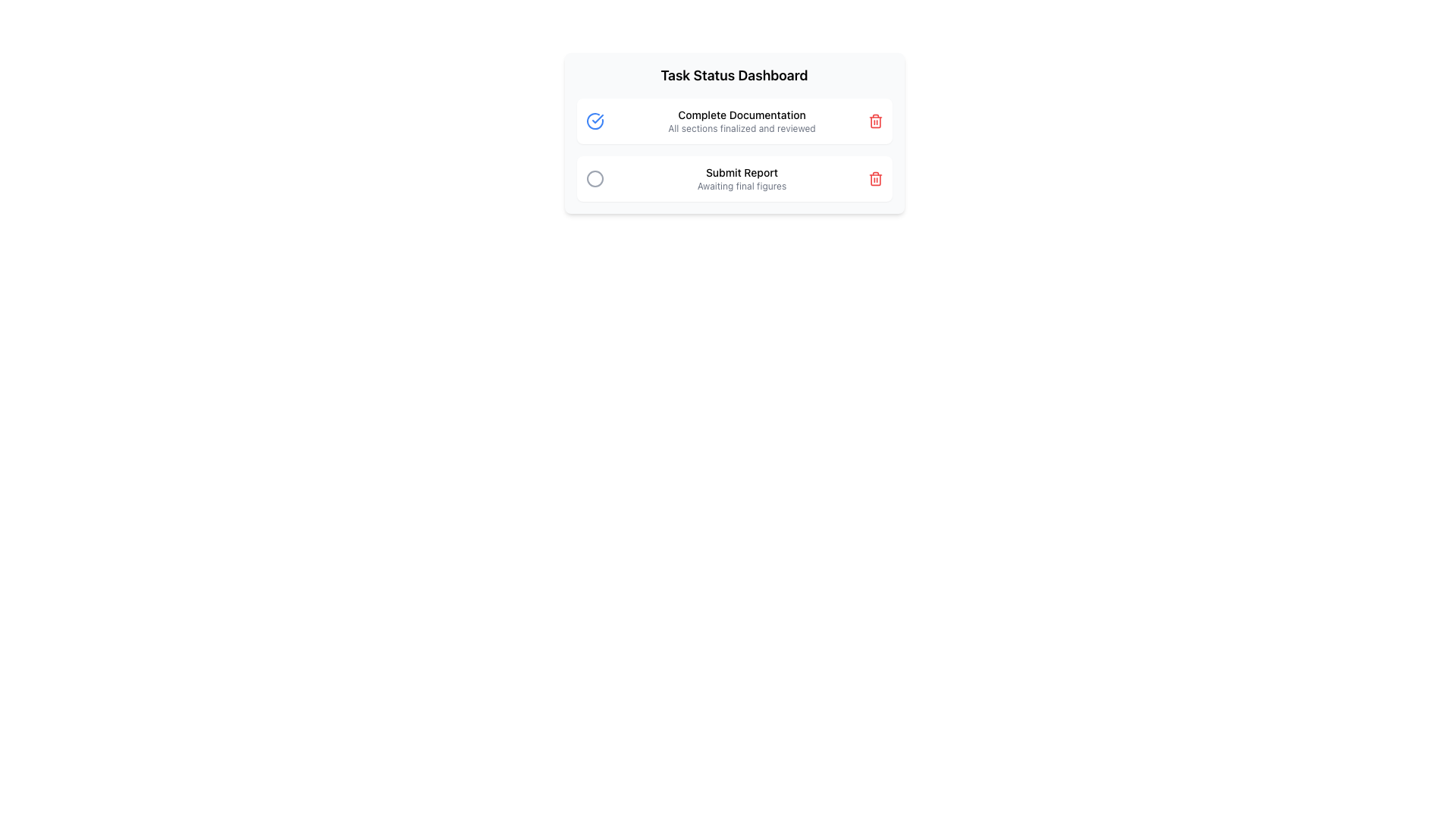  What do you see at coordinates (594, 177) in the screenshot?
I see `the icon indicating the status or type of task associated with the 'Submit Report' entry, located on the left side of the 'Submit Report' text in the task list` at bounding box center [594, 177].